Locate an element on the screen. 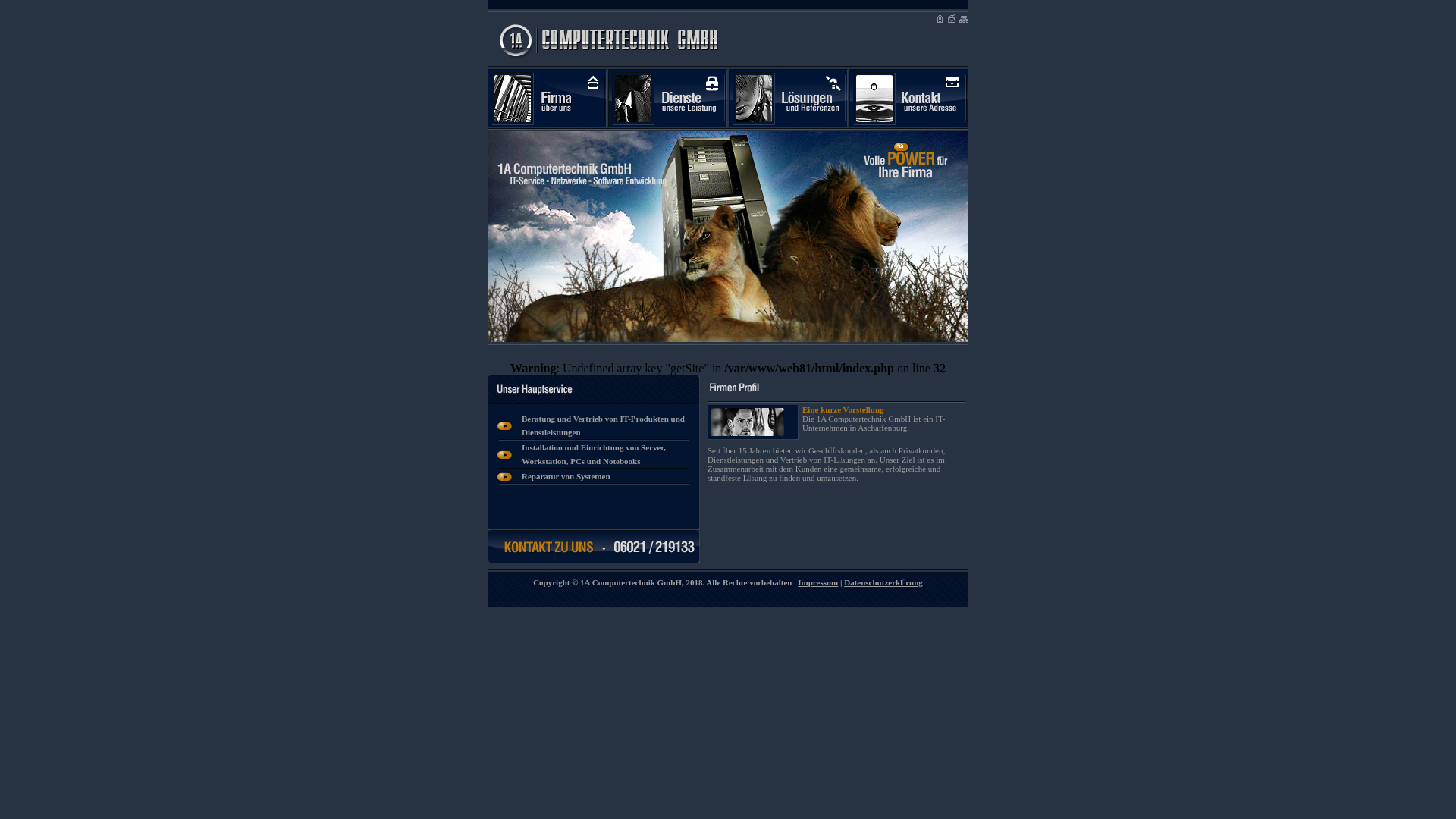 The image size is (1456, 819). 'Impressum' is located at coordinates (796, 581).